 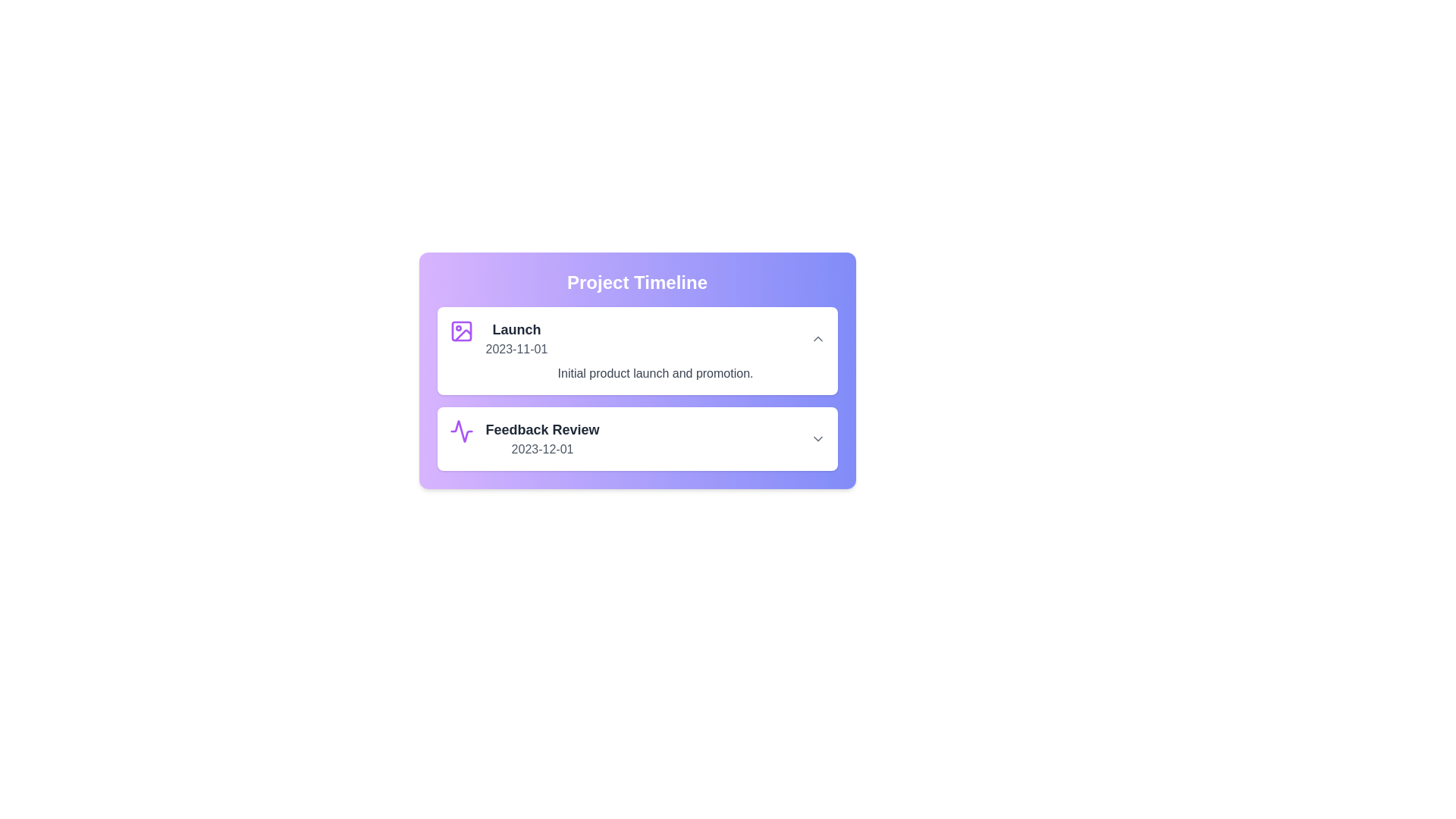 What do you see at coordinates (655, 374) in the screenshot?
I see `the static text label that reads 'Initial product launch and promotion.' positioned below the 'Launch' heading in the Project Timeline card` at bounding box center [655, 374].